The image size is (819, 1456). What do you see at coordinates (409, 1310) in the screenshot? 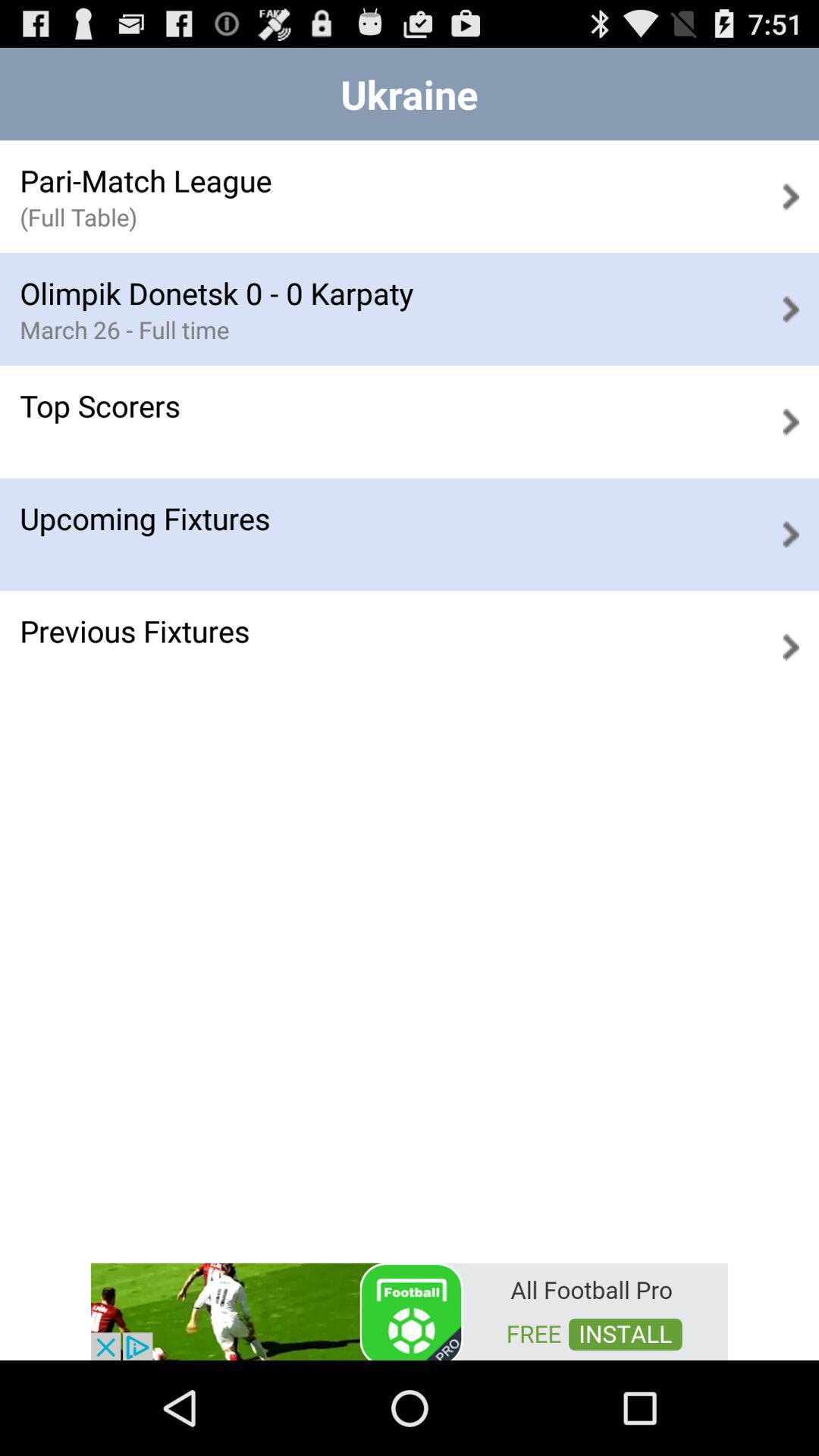
I see `install external app` at bounding box center [409, 1310].